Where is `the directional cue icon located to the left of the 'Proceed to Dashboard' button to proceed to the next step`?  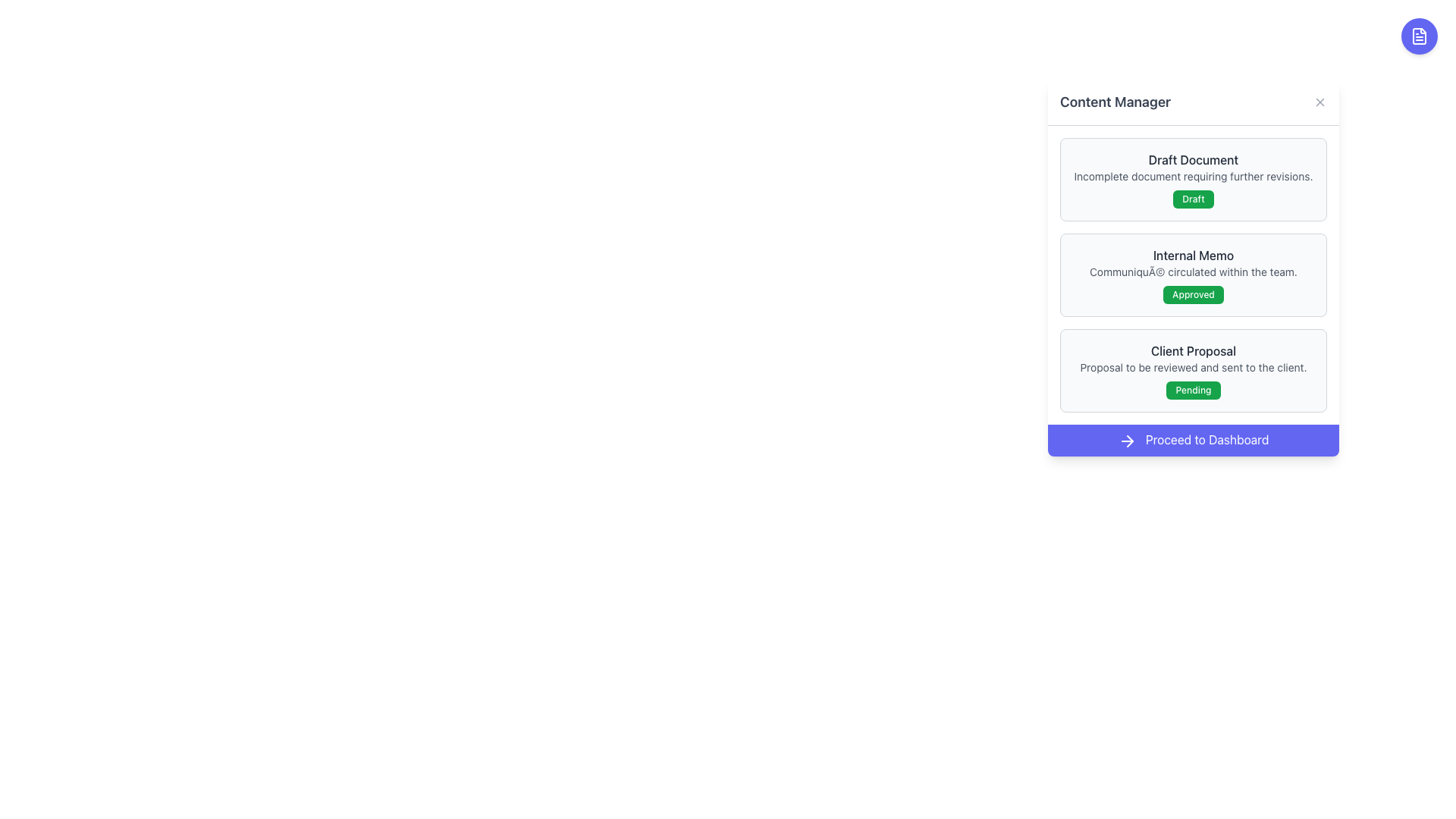
the directional cue icon located to the left of the 'Proceed to Dashboard' button to proceed to the next step is located at coordinates (1127, 441).